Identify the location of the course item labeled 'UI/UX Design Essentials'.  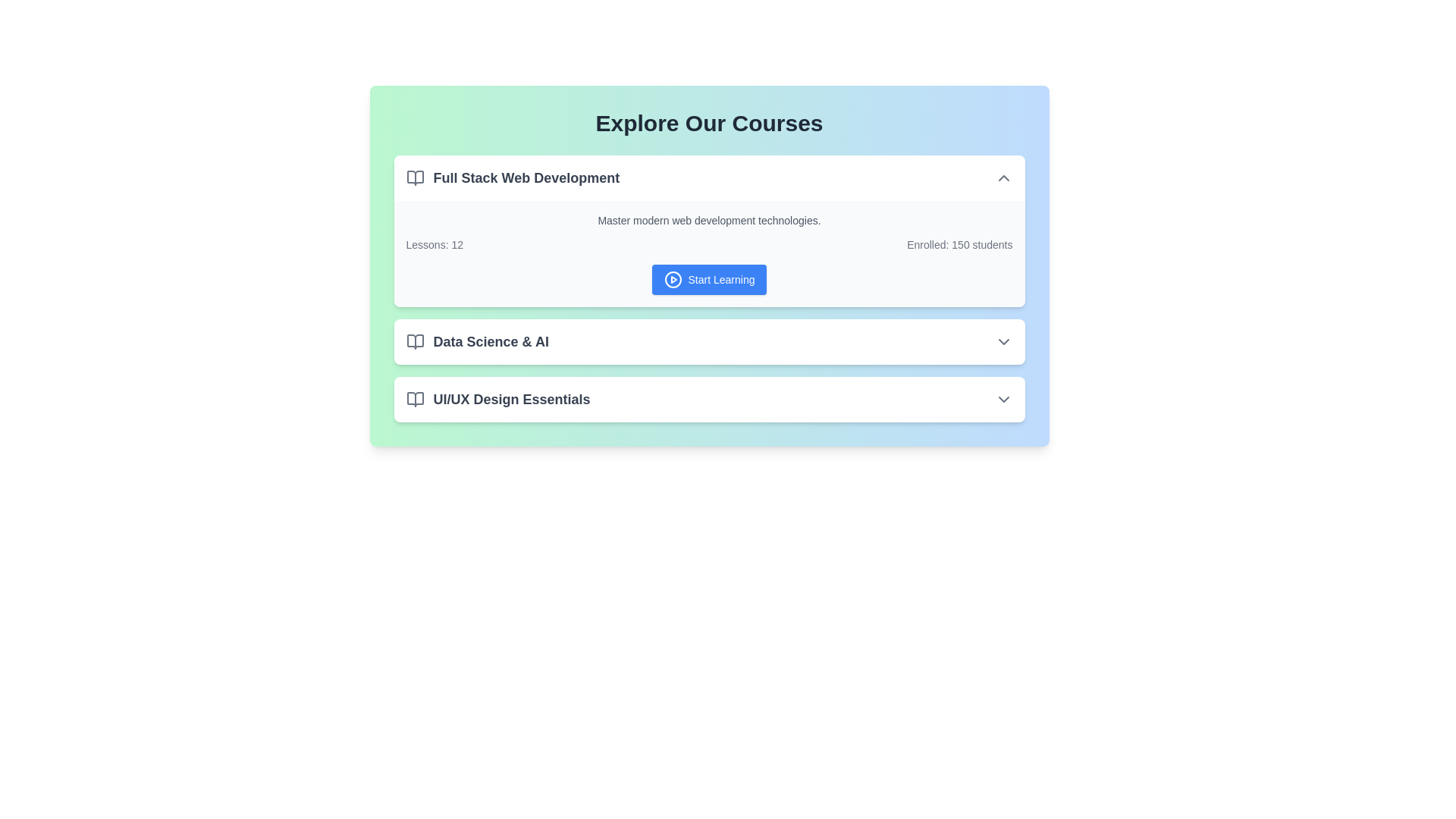
(708, 399).